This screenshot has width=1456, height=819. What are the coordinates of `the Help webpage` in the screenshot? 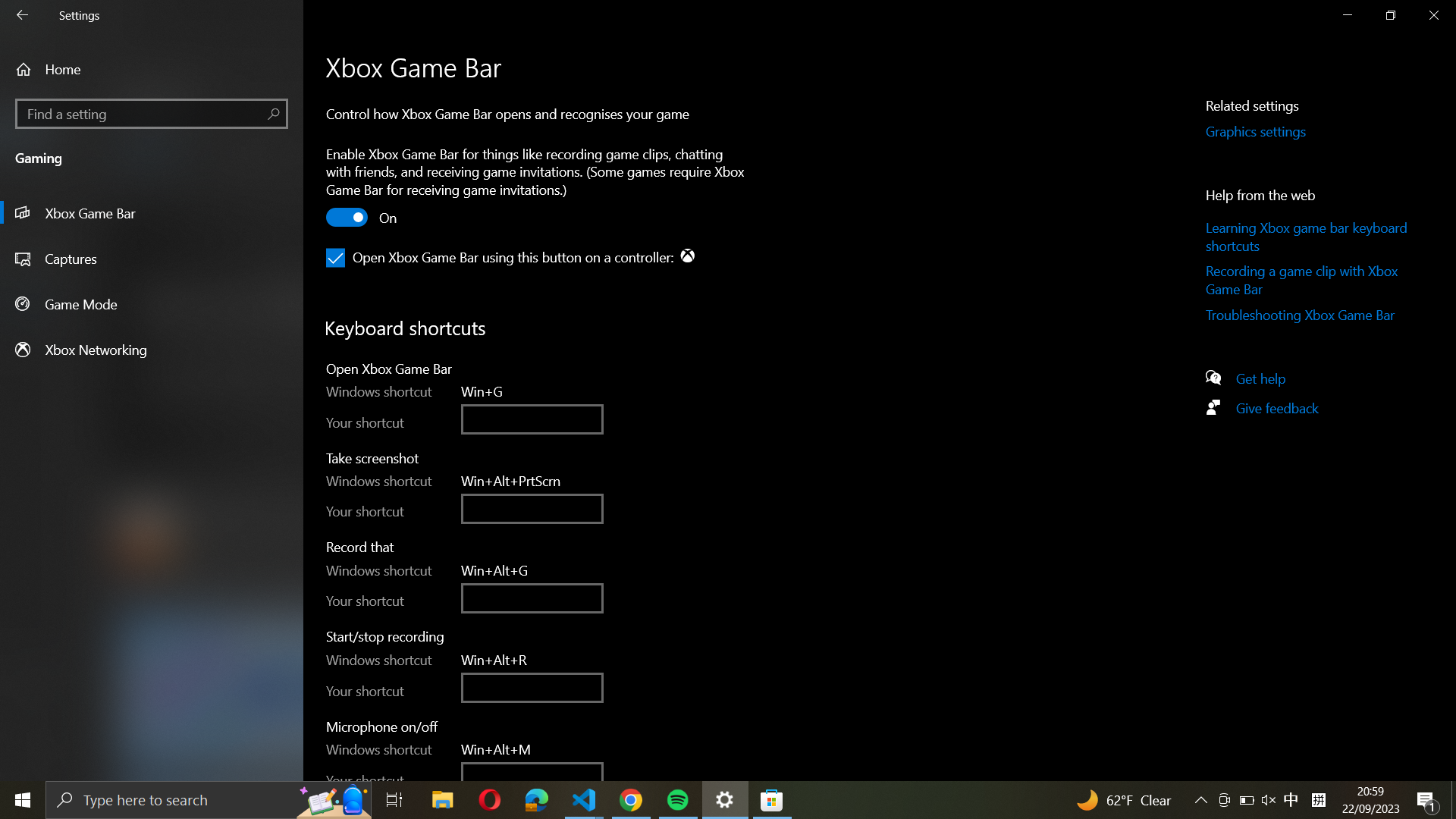 It's located at (1267, 376).